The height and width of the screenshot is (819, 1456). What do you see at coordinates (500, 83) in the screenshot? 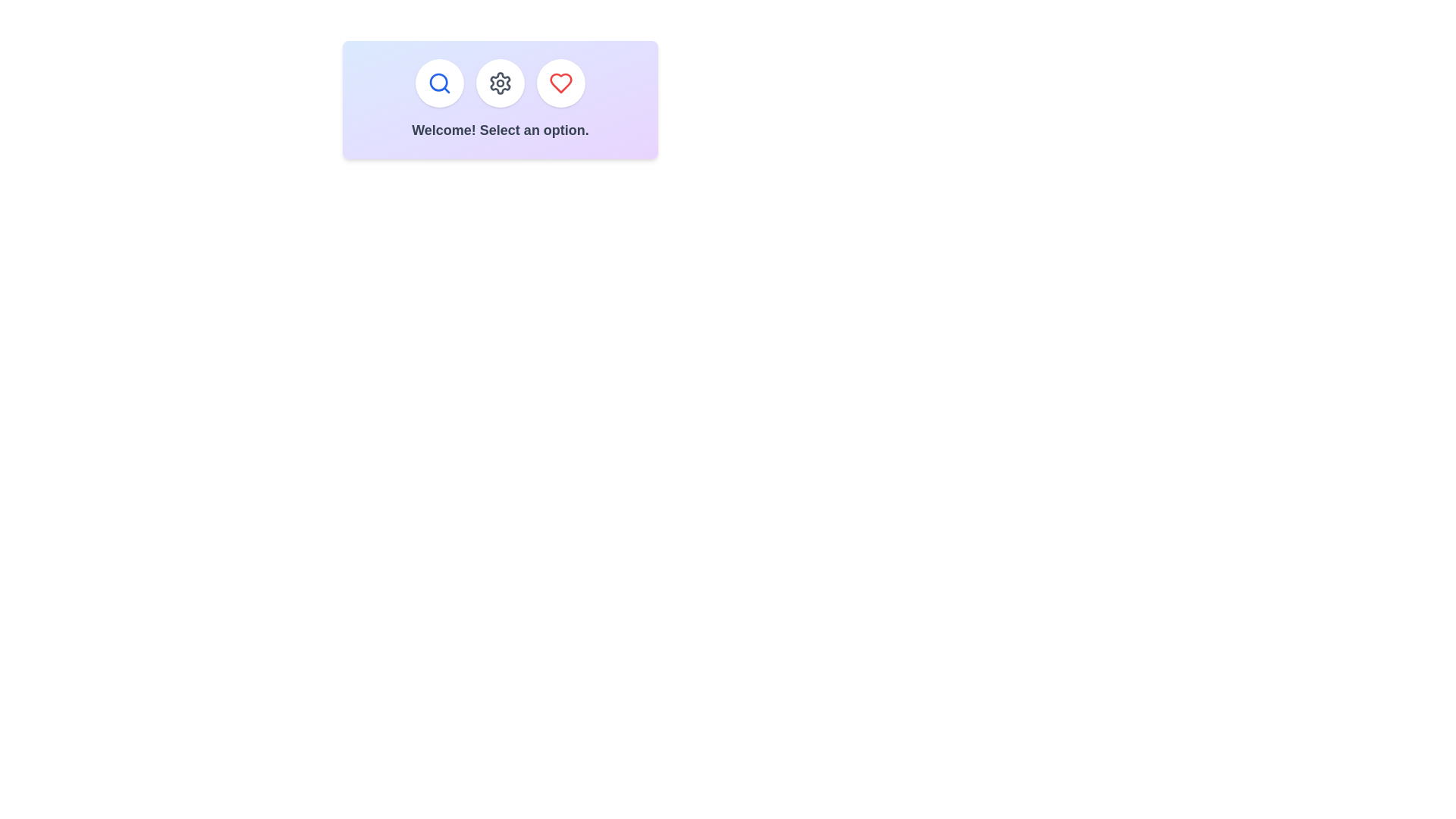
I see `the gear icon in the interface, which is part of a horizontal set of three icons situated above a text description` at bounding box center [500, 83].